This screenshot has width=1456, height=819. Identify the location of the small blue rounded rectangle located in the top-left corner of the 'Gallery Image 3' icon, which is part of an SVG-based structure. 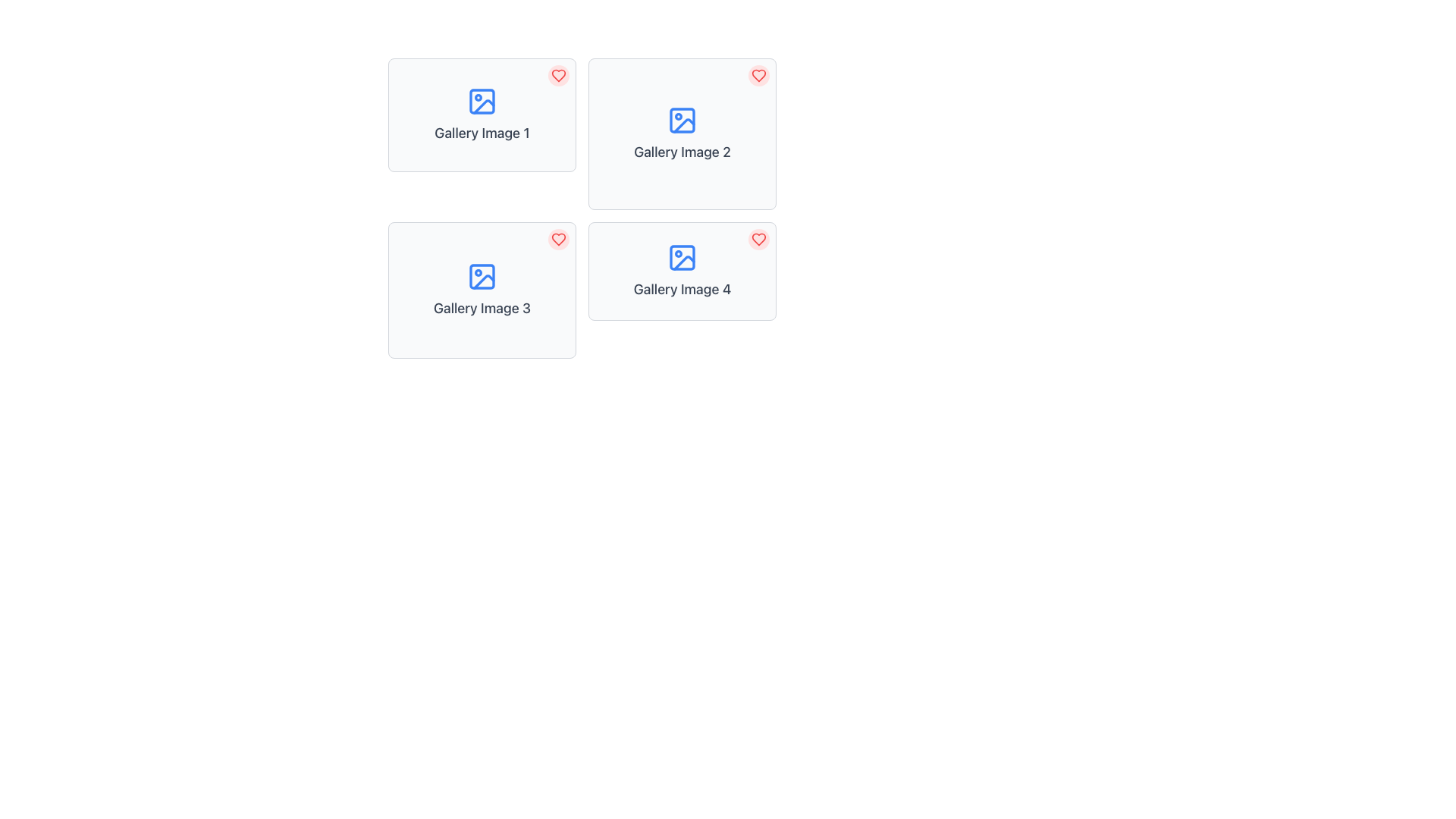
(481, 277).